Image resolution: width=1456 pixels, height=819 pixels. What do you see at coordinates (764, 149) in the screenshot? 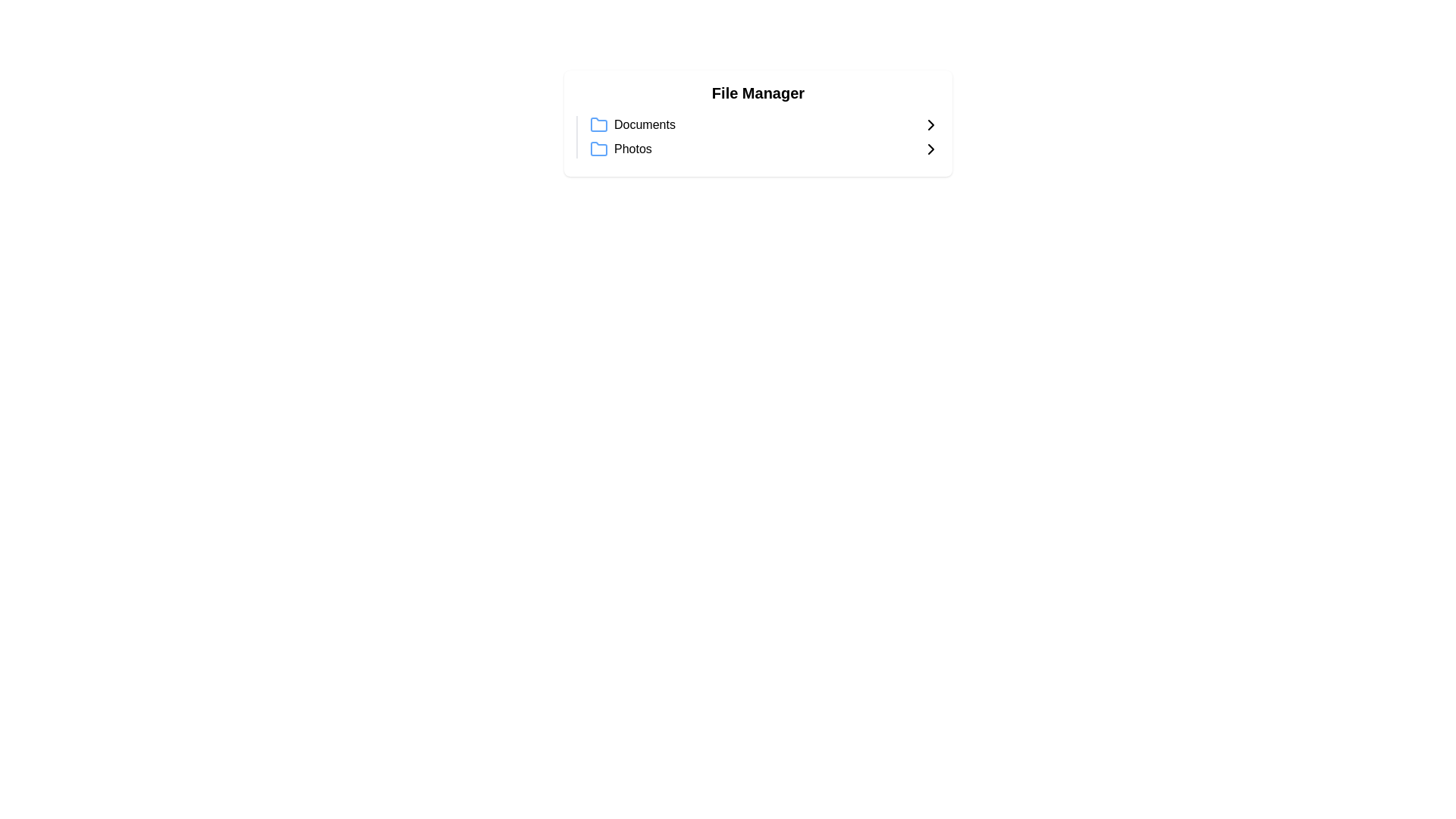
I see `the 'Photos' folder entry in the file manager interface` at bounding box center [764, 149].